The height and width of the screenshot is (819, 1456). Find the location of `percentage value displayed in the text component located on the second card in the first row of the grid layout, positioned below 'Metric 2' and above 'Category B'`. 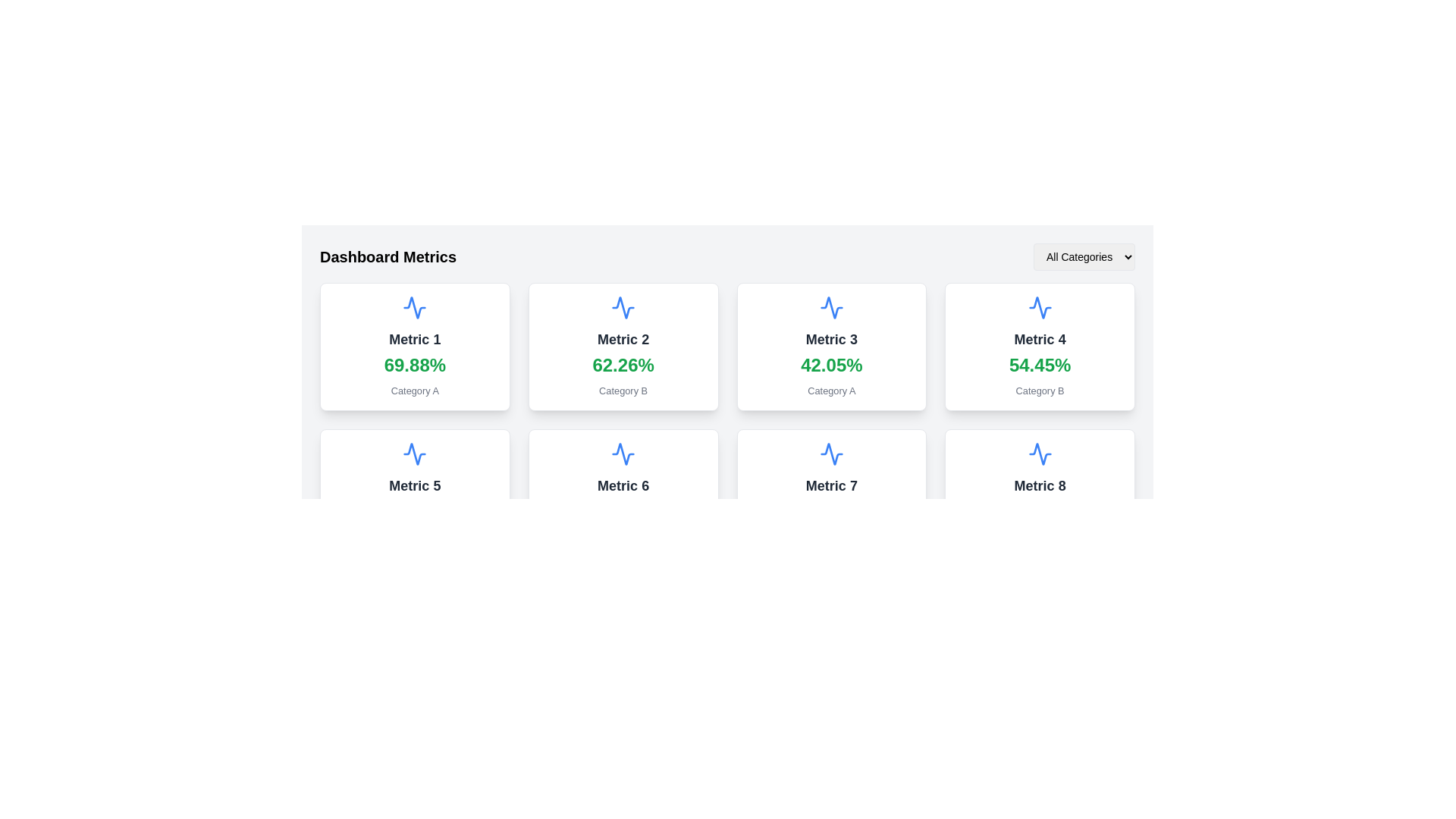

percentage value displayed in the text component located on the second card in the first row of the grid layout, positioned below 'Metric 2' and above 'Category B' is located at coordinates (623, 366).